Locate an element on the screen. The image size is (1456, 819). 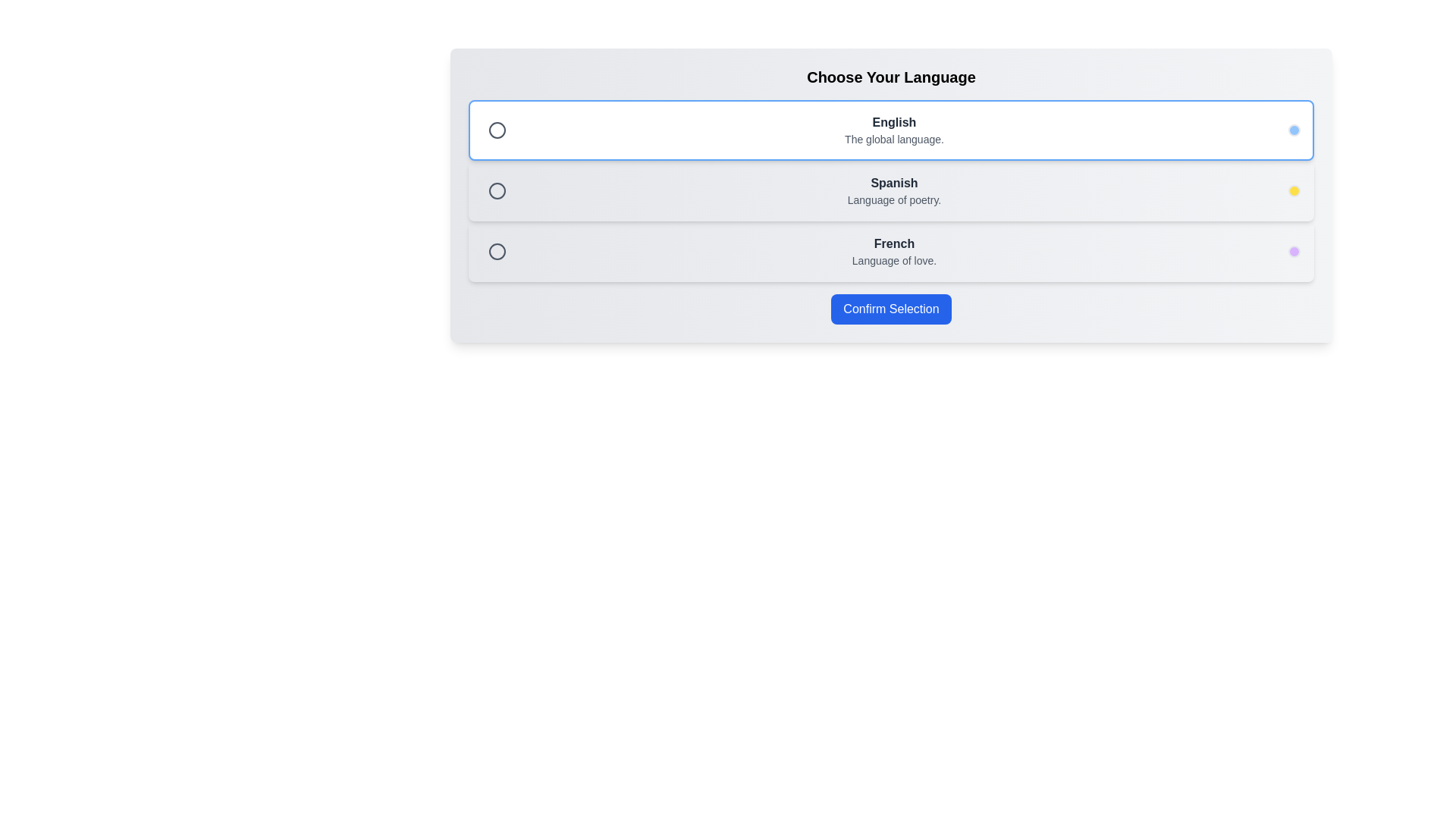
the first selectable option for the English language in the 'Choose Your Language' section is located at coordinates (891, 130).